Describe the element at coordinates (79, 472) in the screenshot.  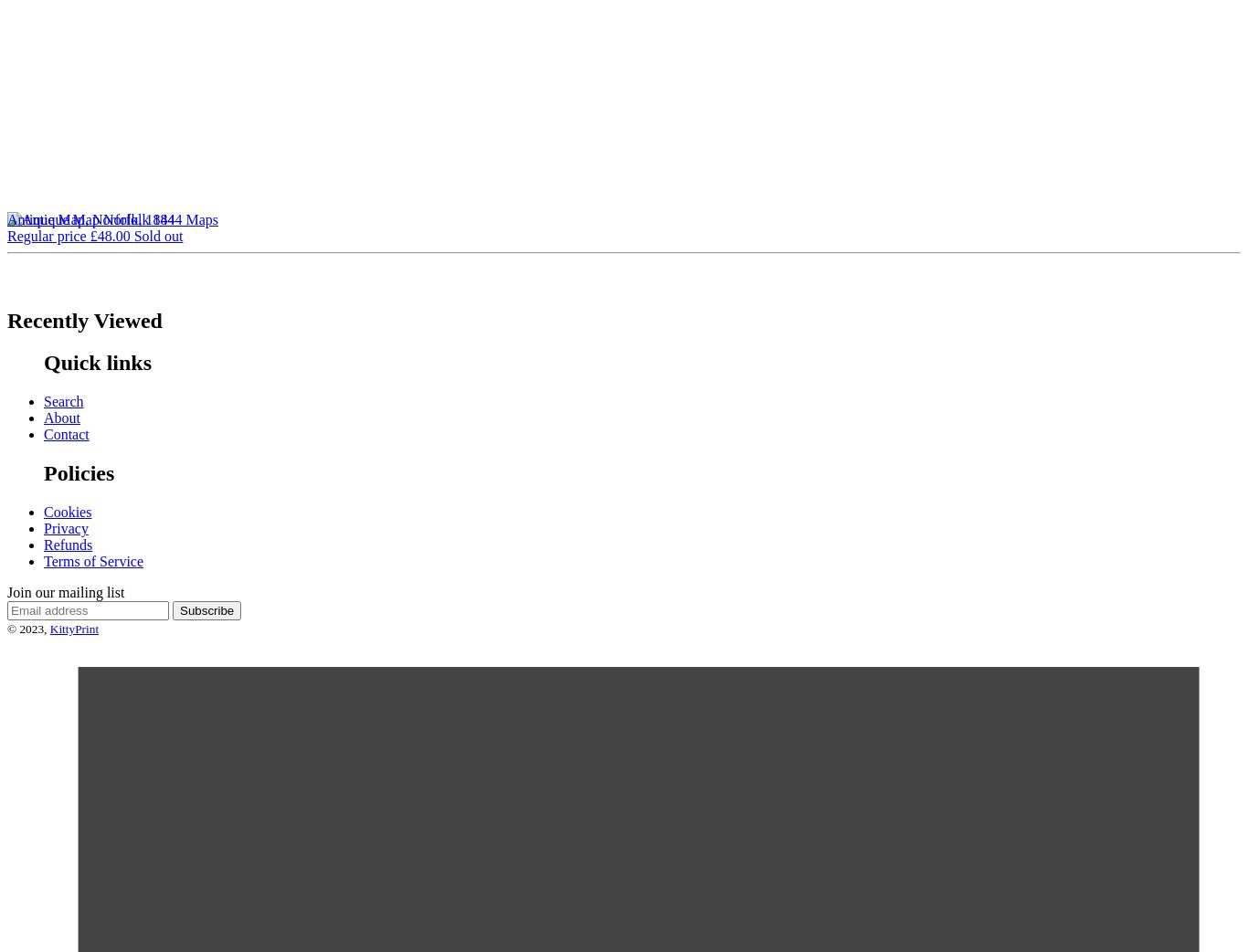
I see `'Policies'` at that location.